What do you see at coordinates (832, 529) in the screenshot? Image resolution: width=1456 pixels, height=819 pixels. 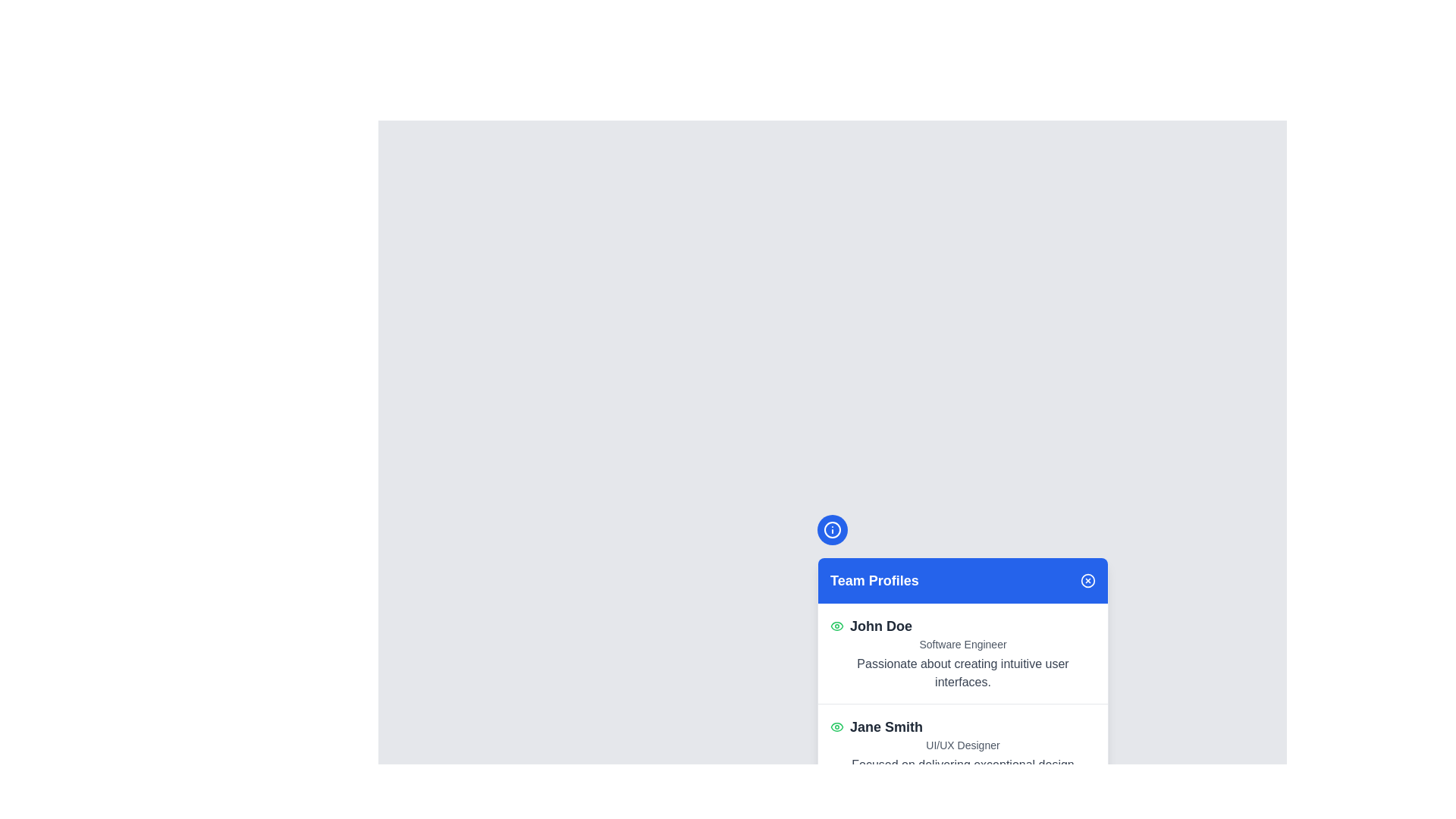 I see `the circular blue button with a white border featuring an information icon, located near the top-left corner of the 'Team Profiles' modal interface` at bounding box center [832, 529].